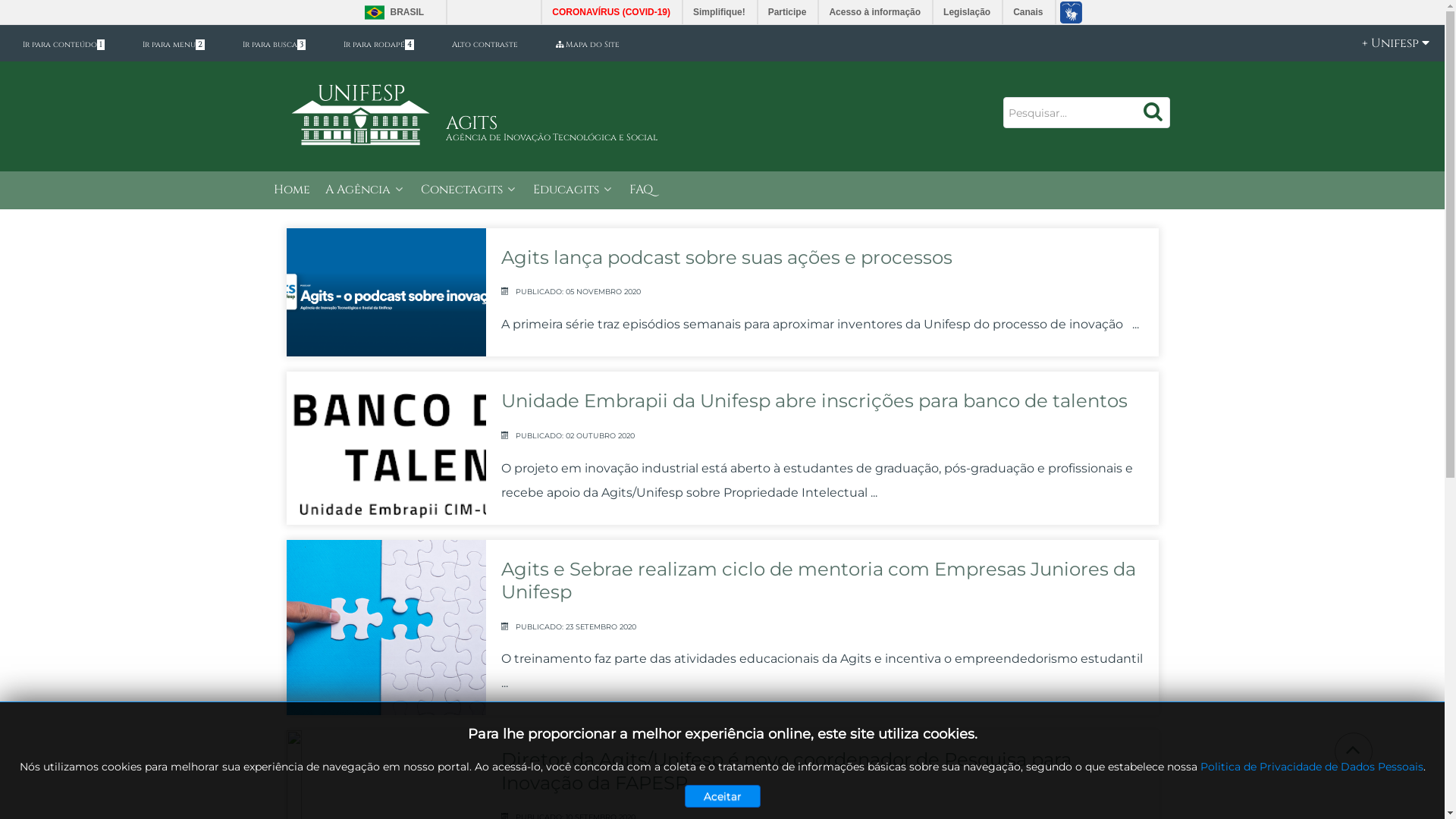  I want to click on '+ Unifesp', so click(1387, 42).